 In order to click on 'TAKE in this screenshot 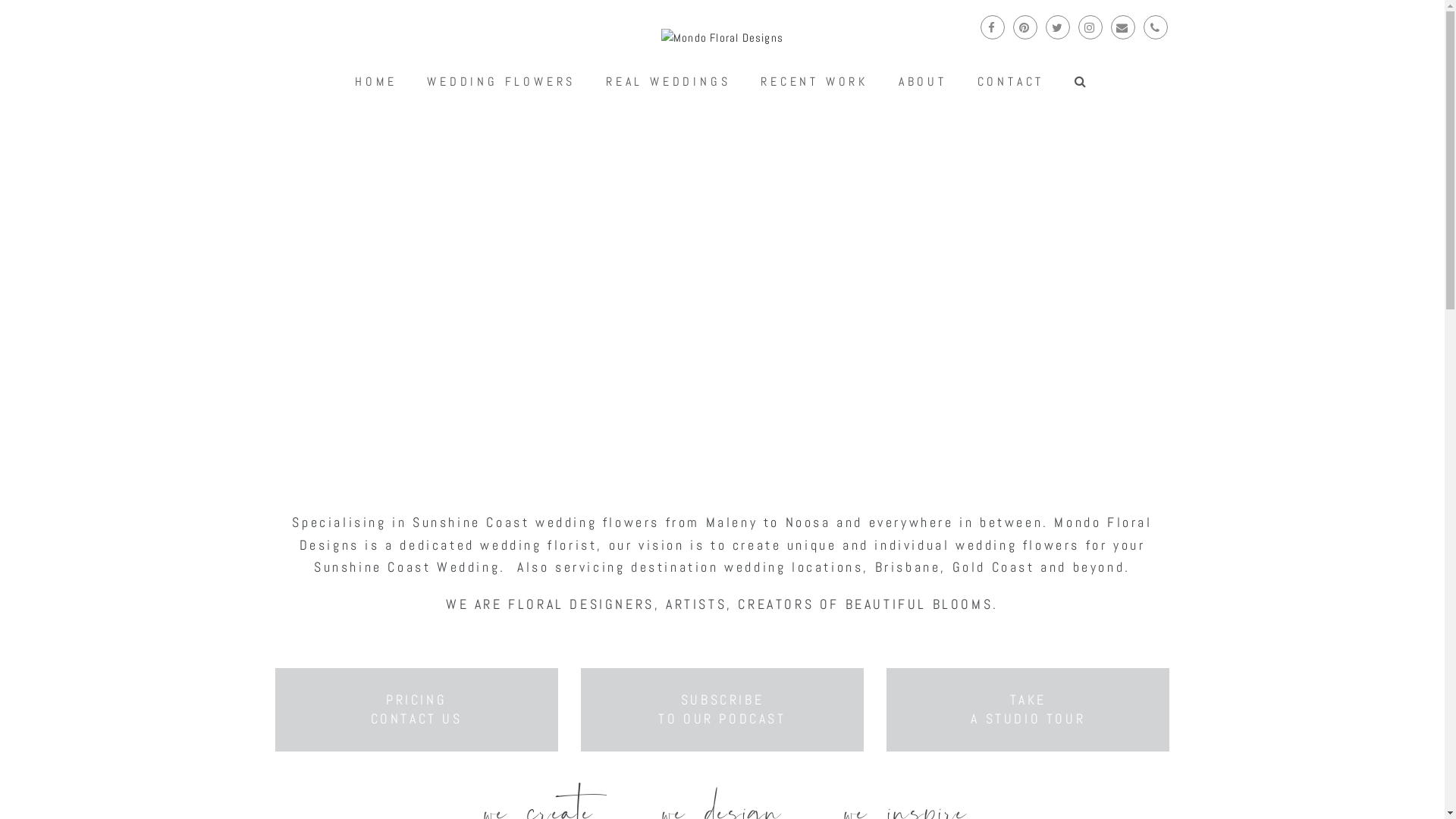, I will do `click(1028, 708)`.